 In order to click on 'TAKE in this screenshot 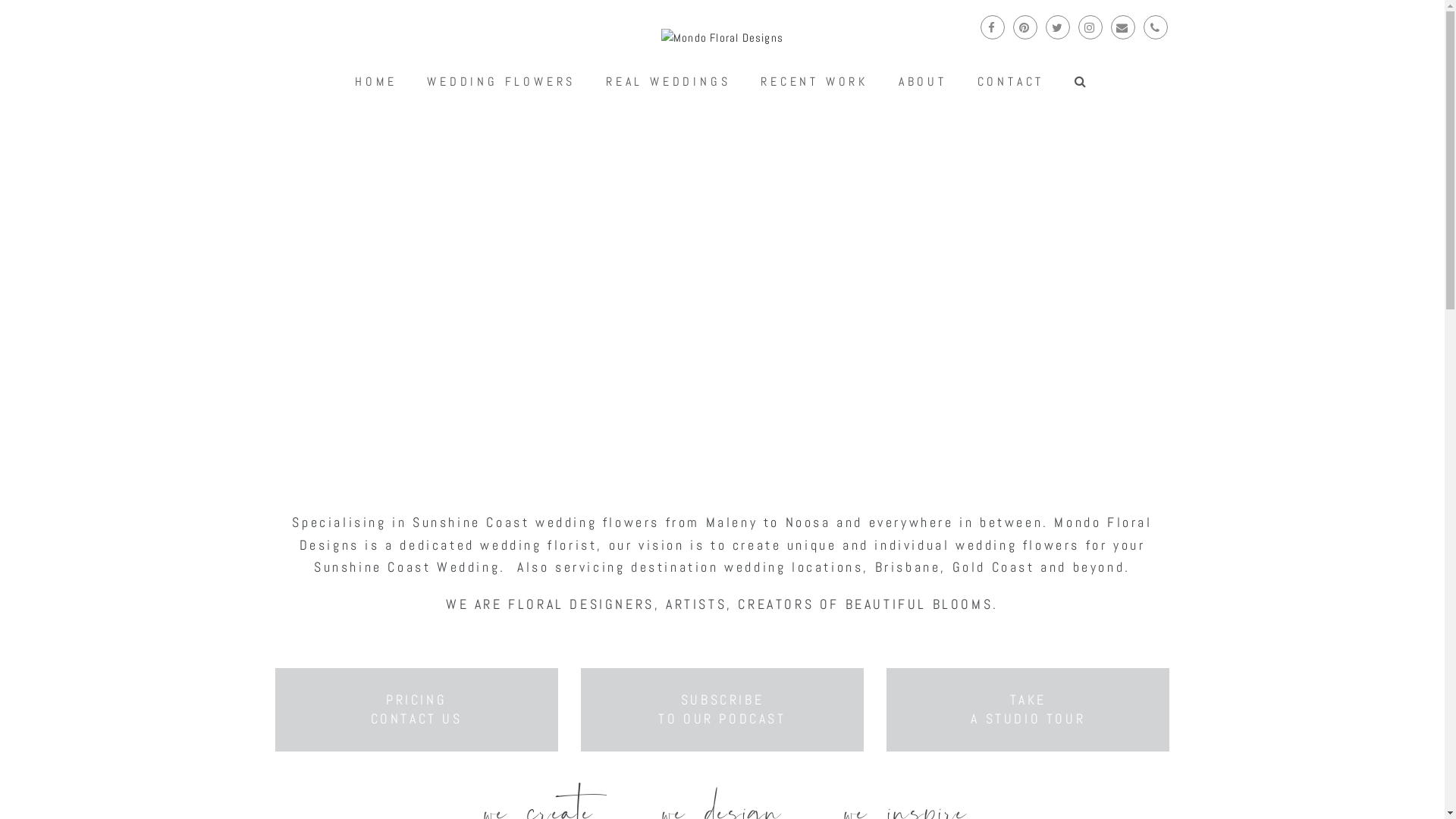, I will do `click(1028, 708)`.